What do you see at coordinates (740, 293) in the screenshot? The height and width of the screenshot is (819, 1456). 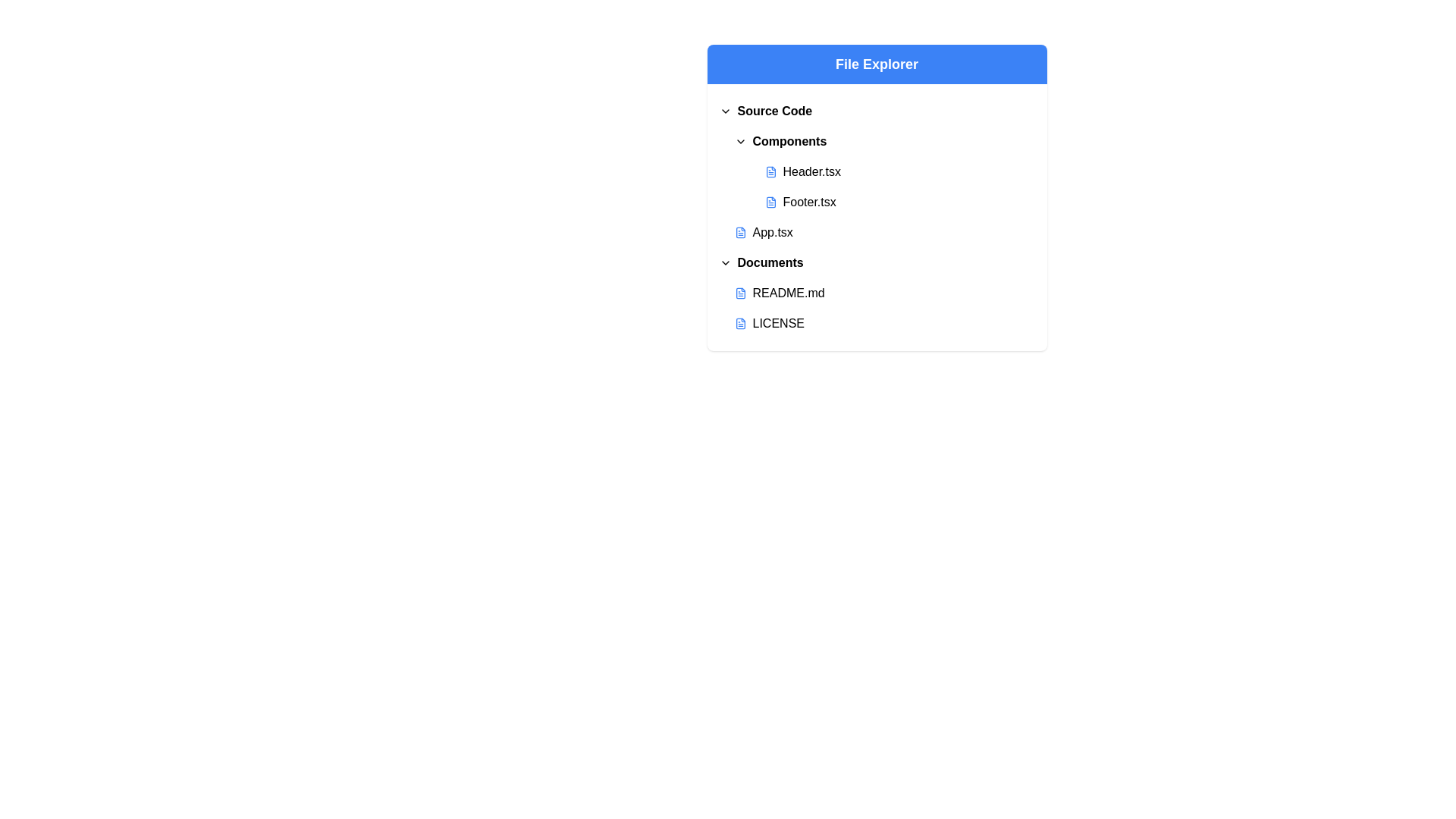 I see `the SVG icon that visually denotes a file document, located near the left edge of the 'README.md' list item in the 'Documents' section of the 'File Explorer' component` at bounding box center [740, 293].